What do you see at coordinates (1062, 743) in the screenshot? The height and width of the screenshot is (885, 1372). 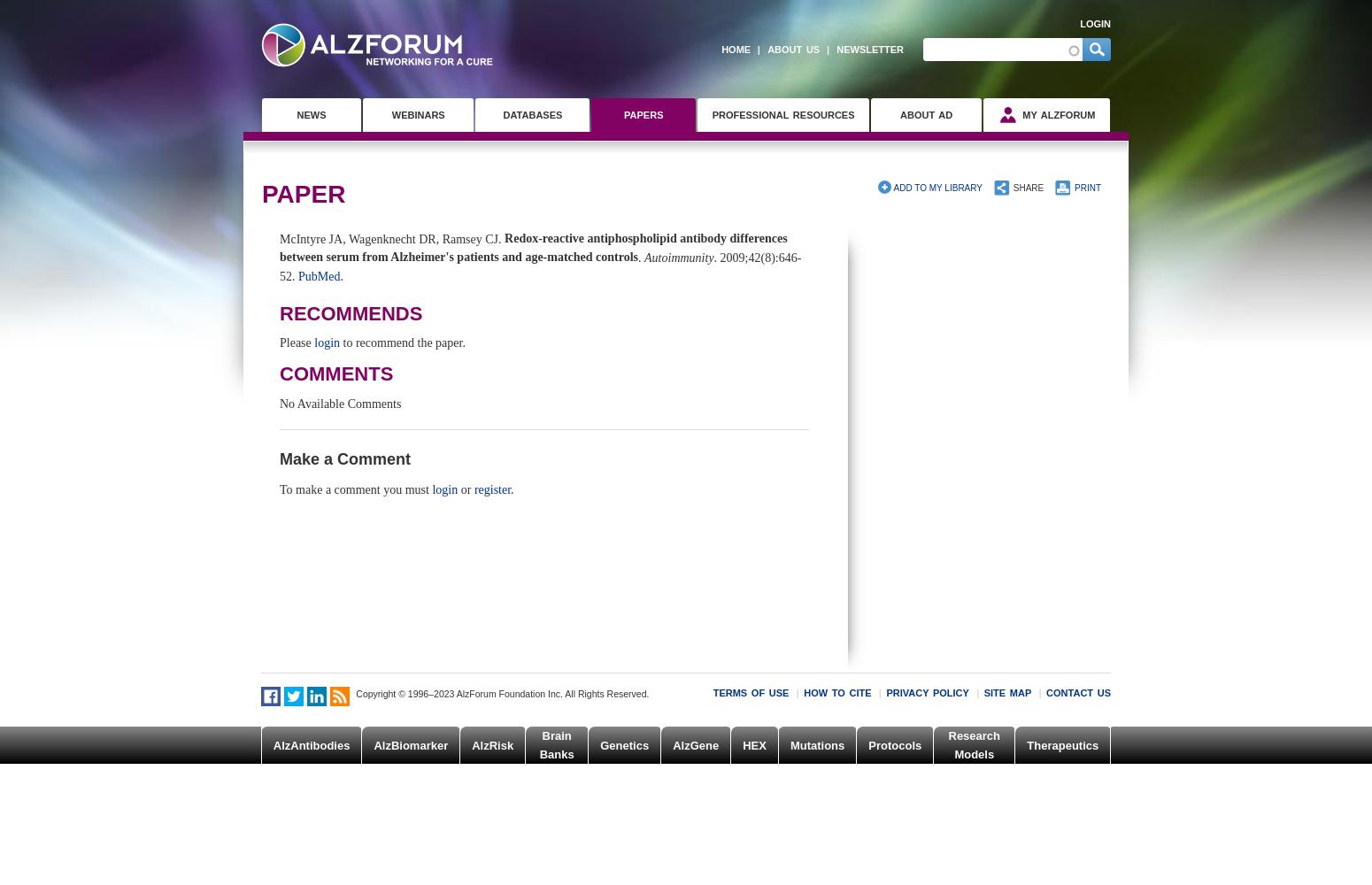 I see `'Therapeutics'` at bounding box center [1062, 743].